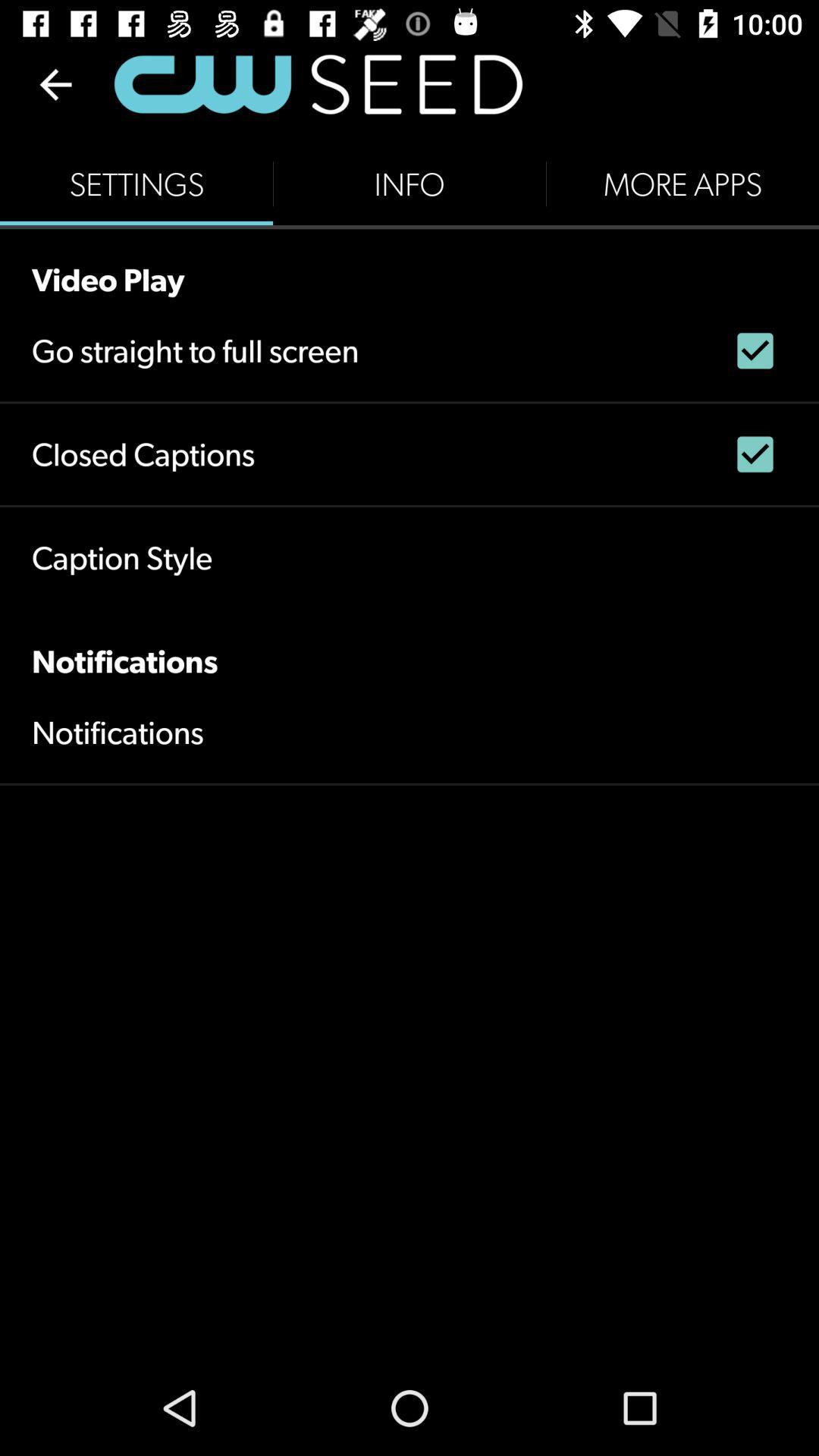 This screenshot has height=1456, width=819. Describe the element at coordinates (194, 350) in the screenshot. I see `item below the video play item` at that location.